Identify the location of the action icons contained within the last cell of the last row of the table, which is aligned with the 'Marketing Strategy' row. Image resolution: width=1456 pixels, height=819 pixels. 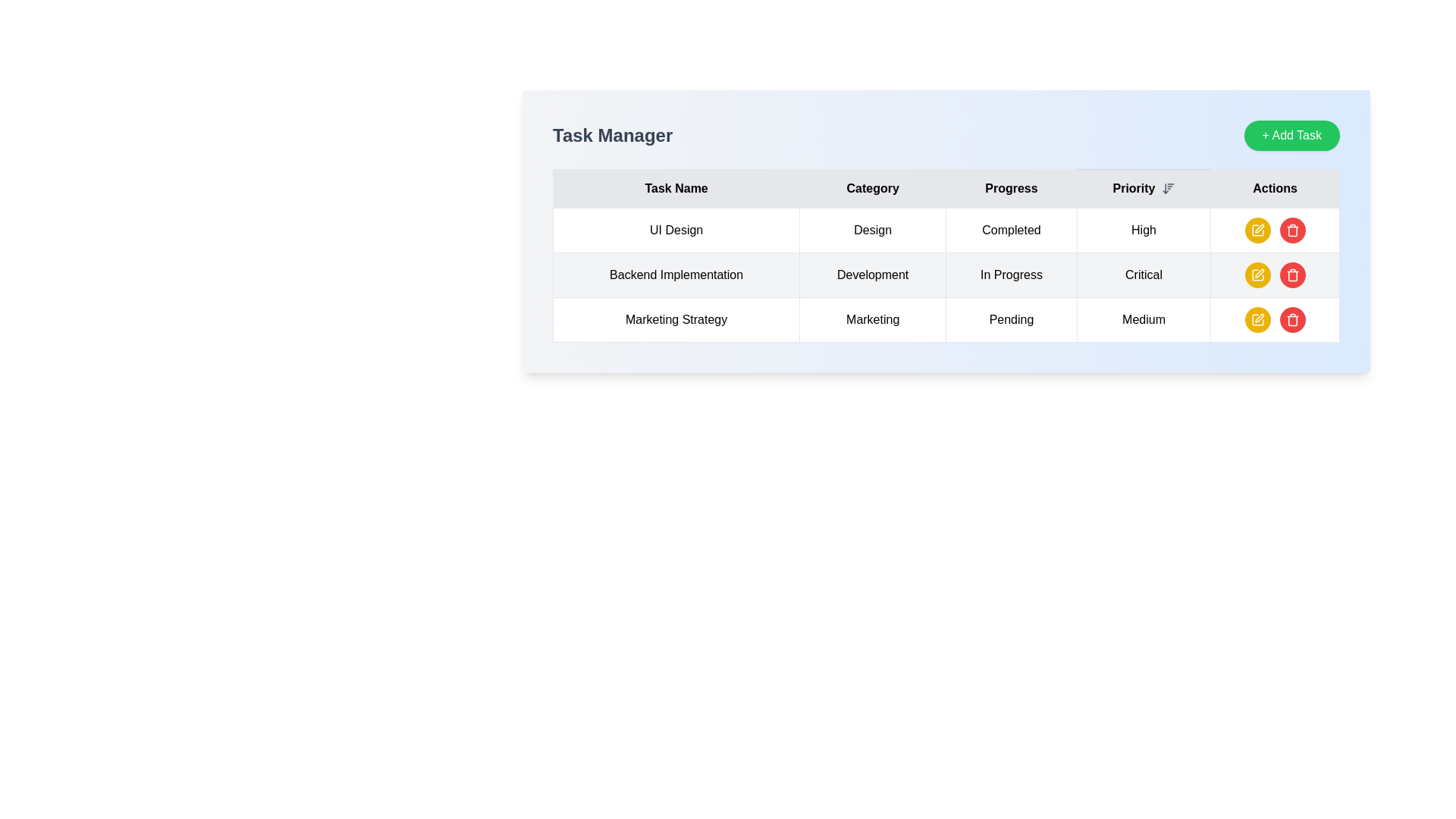
(1274, 318).